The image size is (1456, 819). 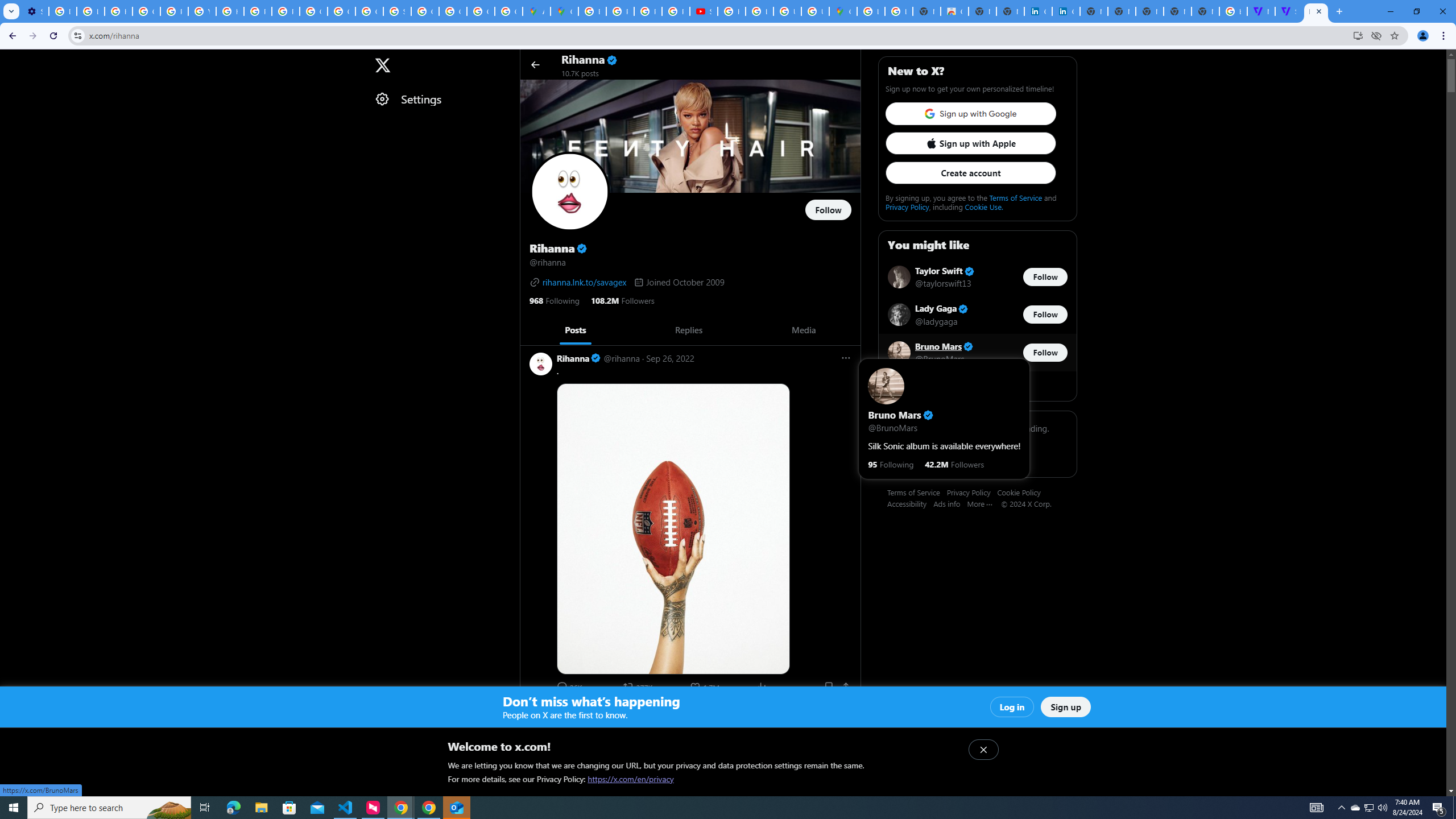 What do you see at coordinates (1316, 11) in the screenshot?
I see `'Rihanna (@rihanna) / X'` at bounding box center [1316, 11].